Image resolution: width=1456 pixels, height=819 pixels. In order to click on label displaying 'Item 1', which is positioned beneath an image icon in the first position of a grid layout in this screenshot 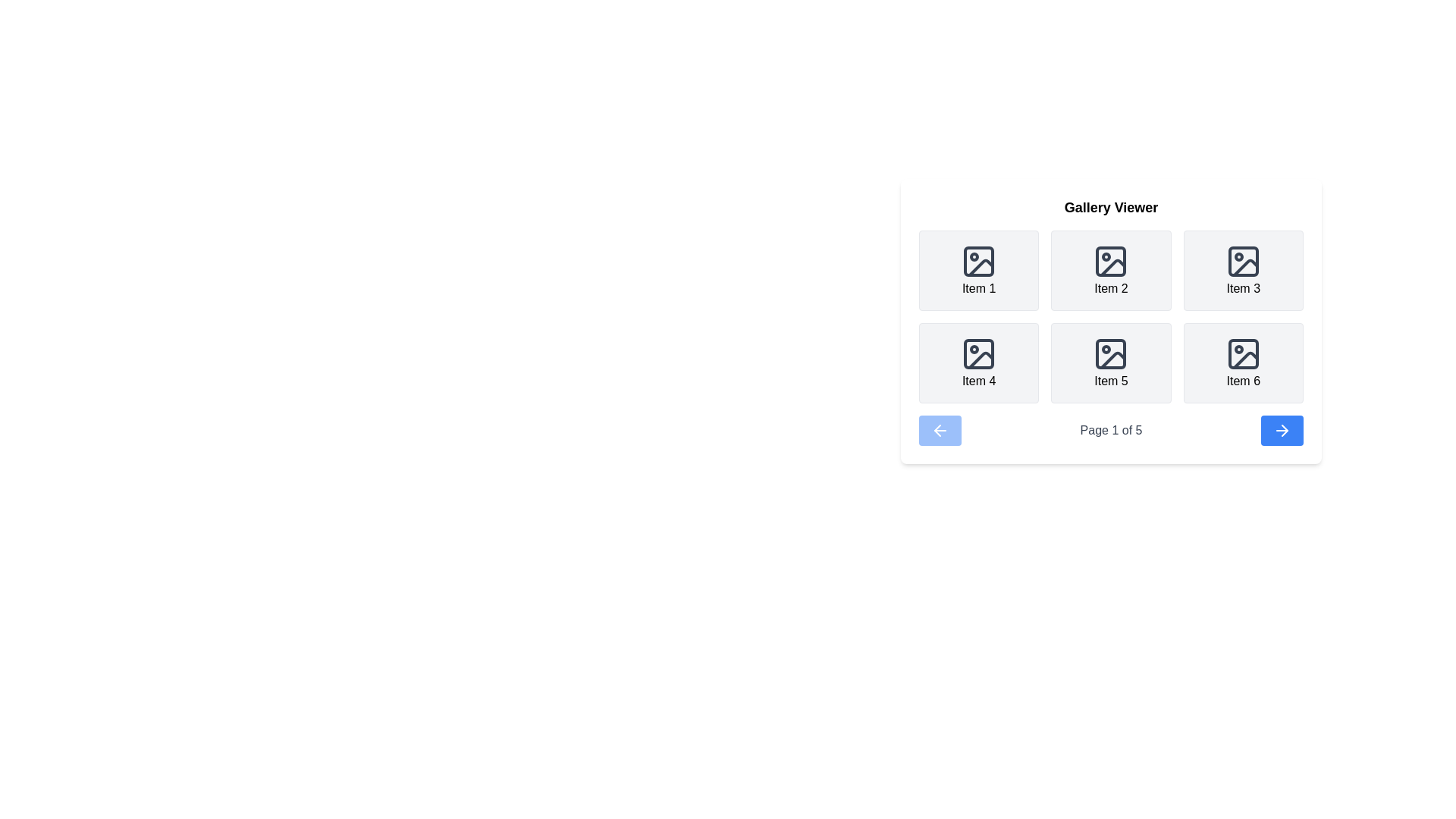, I will do `click(979, 289)`.